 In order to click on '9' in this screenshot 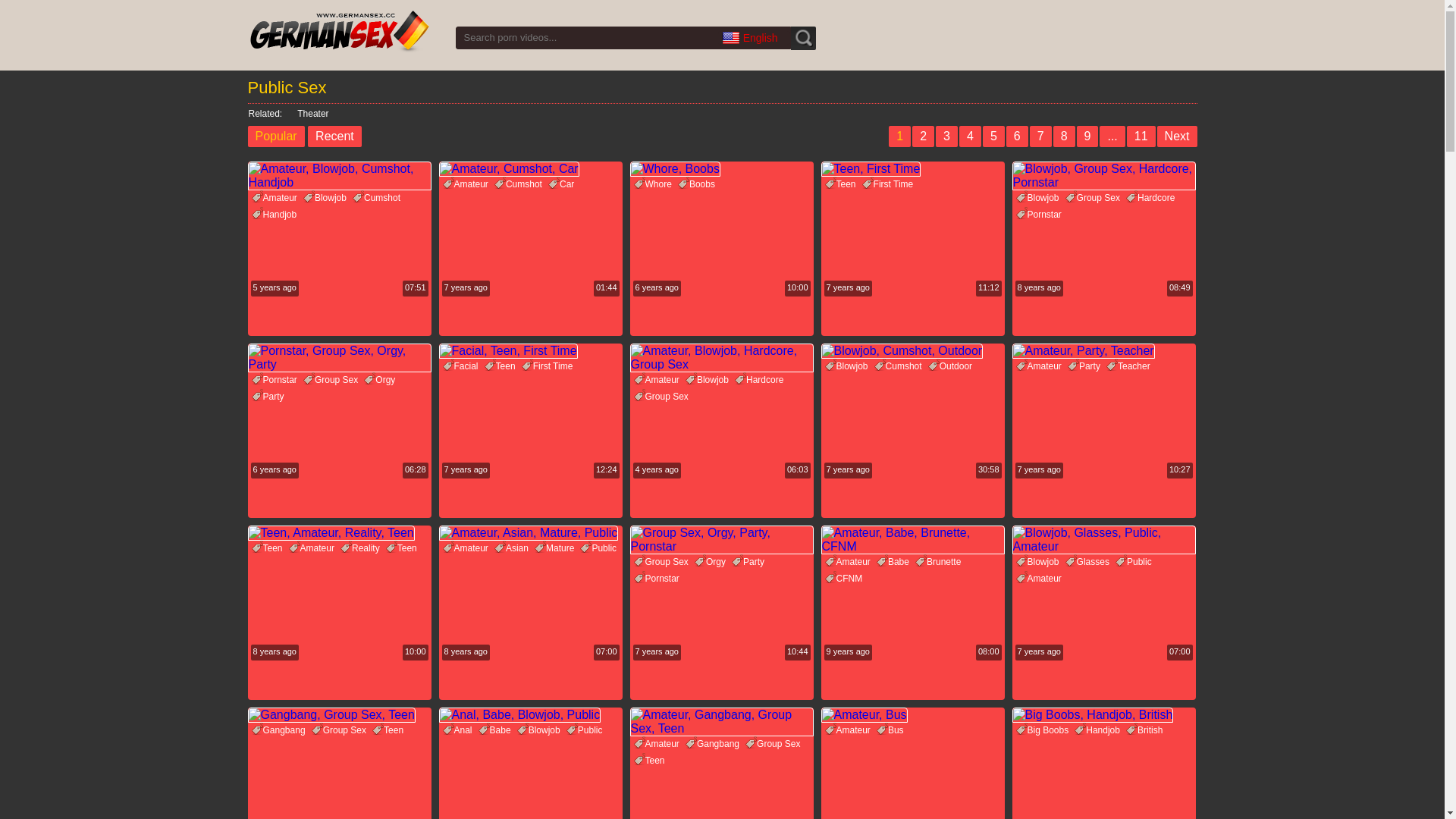, I will do `click(1087, 136)`.